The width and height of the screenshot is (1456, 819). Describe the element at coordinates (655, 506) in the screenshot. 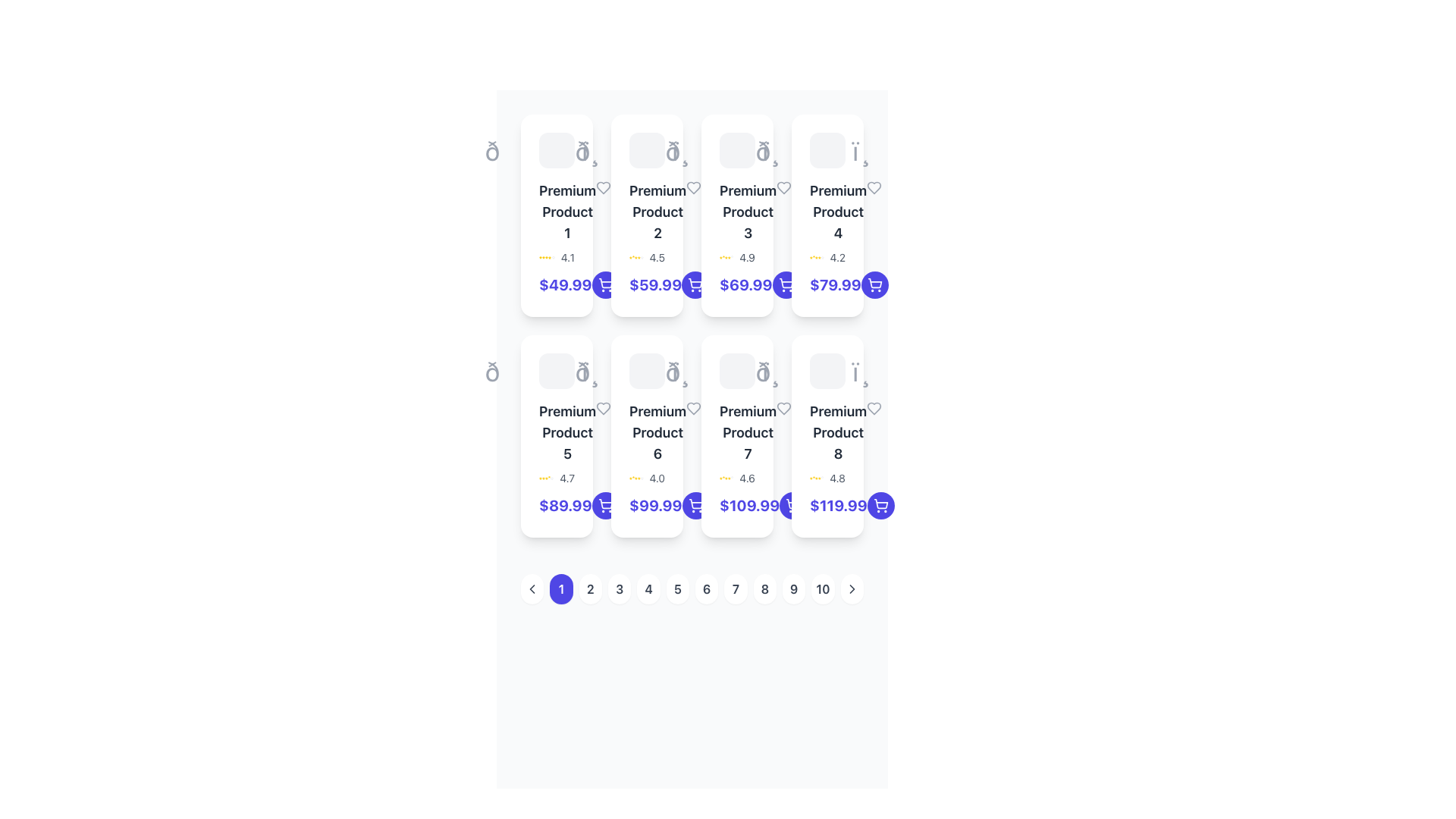

I see `the bold, indigo text label displaying the price '$99.99', which is centrally located in the product display card layout, above the shopping cart button` at that location.